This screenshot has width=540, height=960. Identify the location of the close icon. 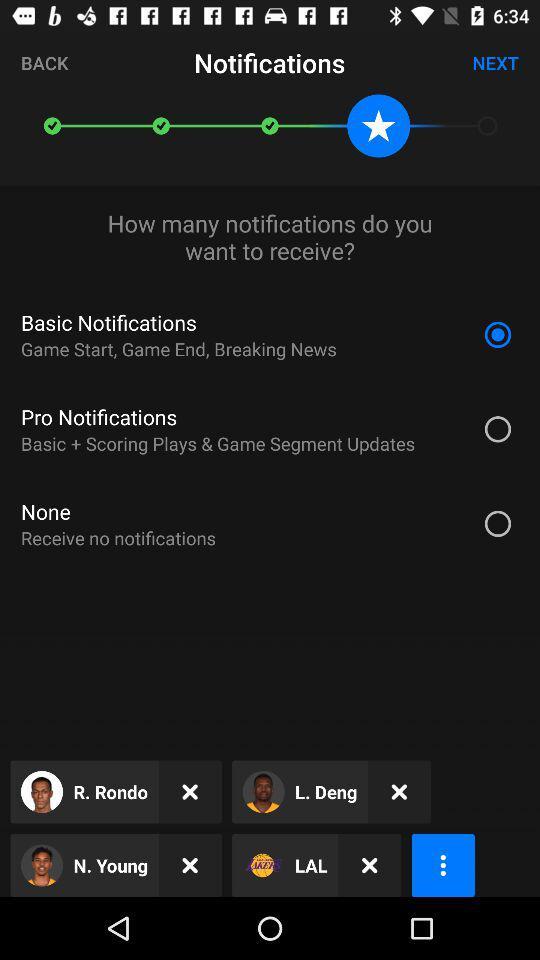
(190, 792).